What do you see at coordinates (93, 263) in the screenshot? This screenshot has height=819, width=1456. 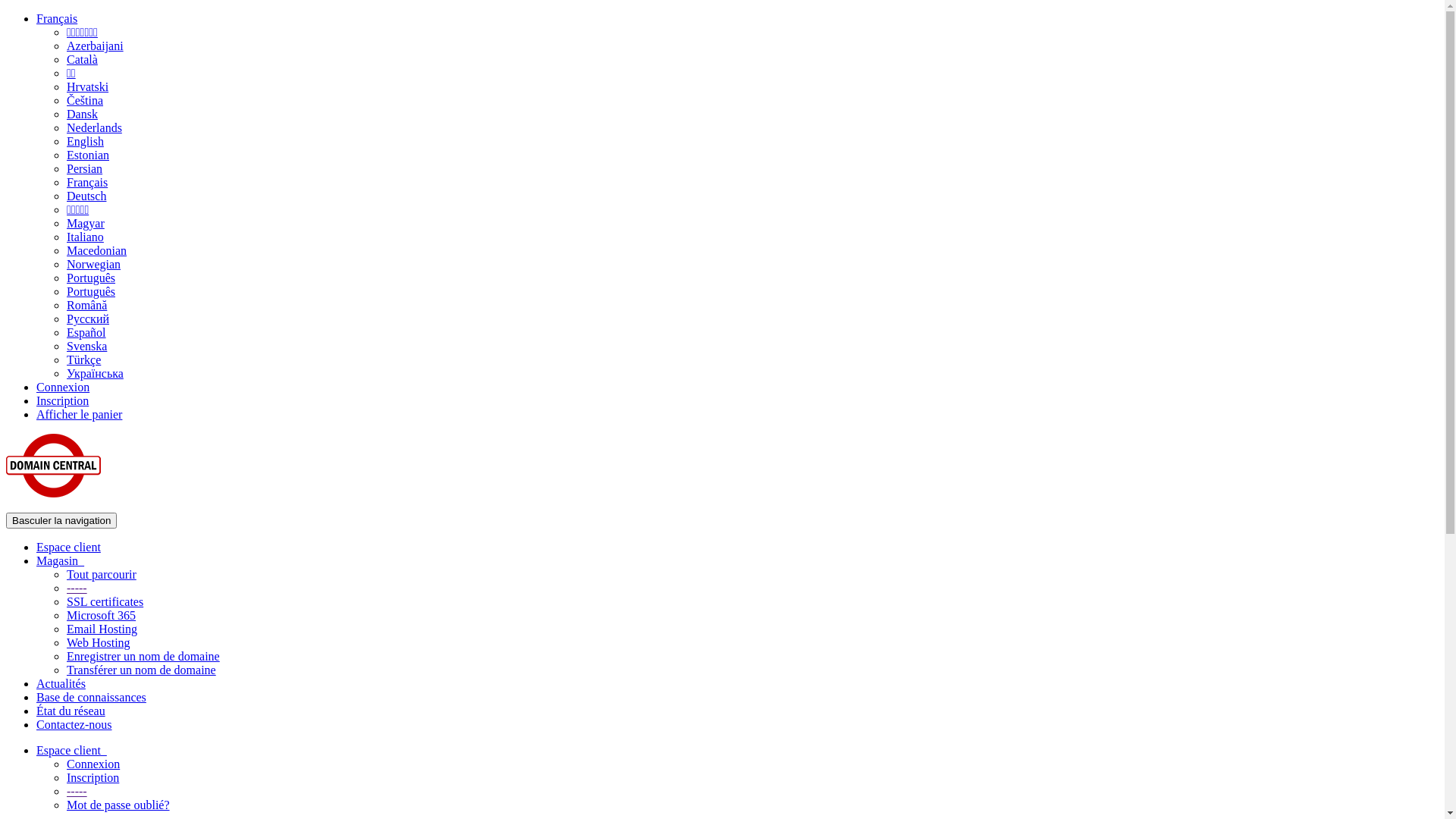 I see `'Norwegian'` at bounding box center [93, 263].